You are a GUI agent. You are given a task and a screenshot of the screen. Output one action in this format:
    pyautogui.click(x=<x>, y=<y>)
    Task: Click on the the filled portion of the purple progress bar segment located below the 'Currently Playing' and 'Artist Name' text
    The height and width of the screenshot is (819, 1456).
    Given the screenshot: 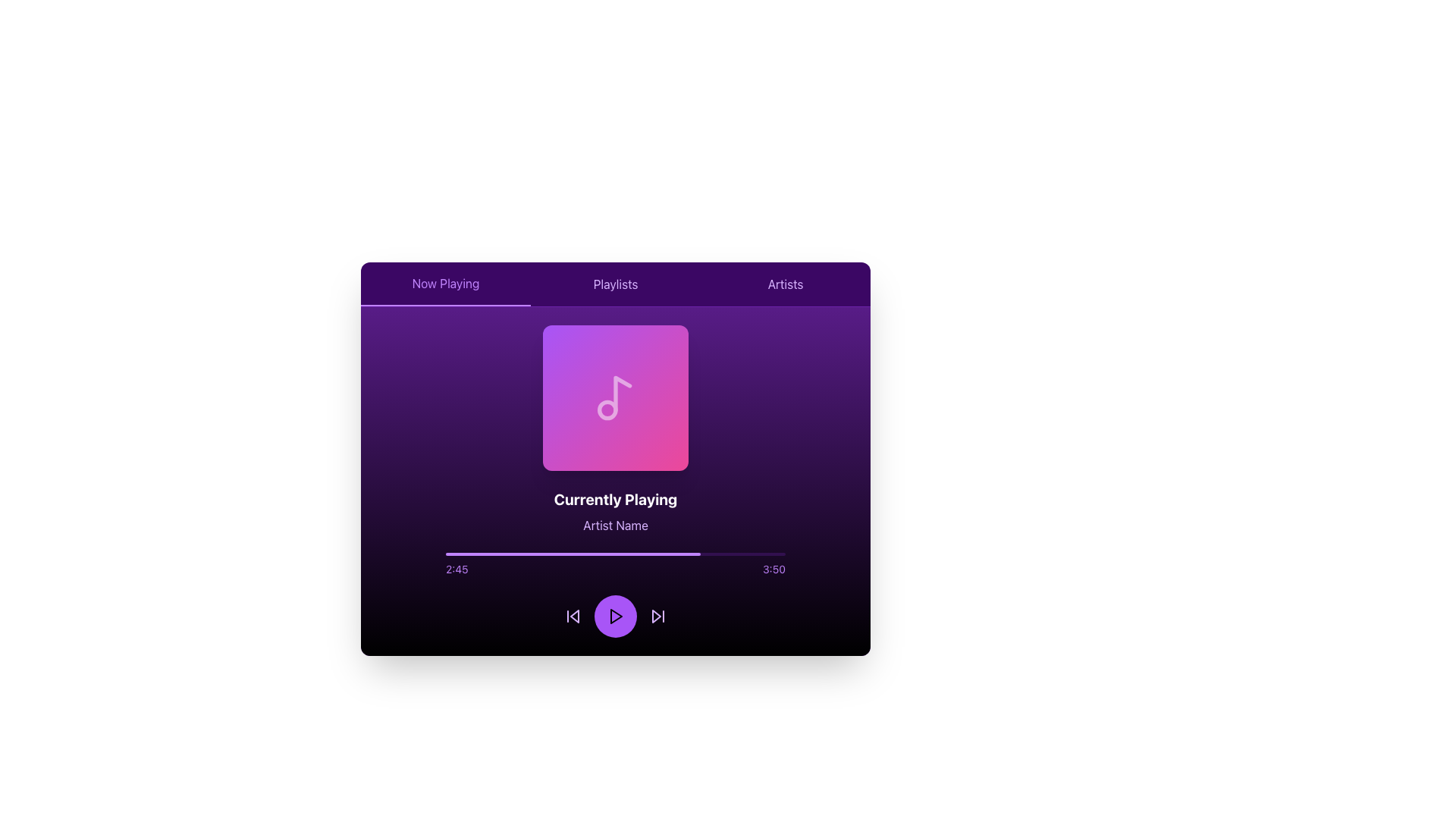 What is the action you would take?
    pyautogui.click(x=572, y=554)
    